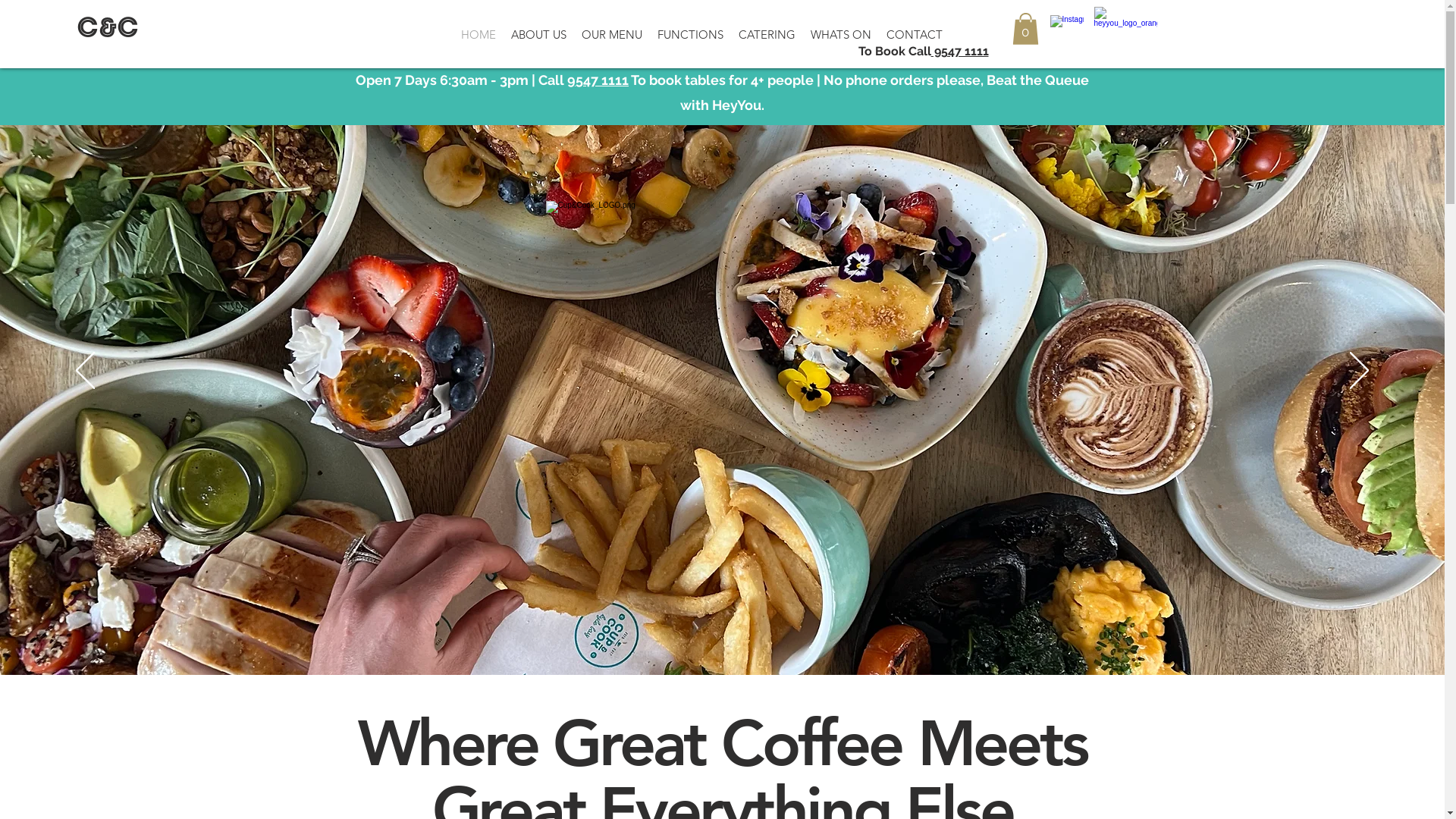 The image size is (1456, 819). I want to click on 'CATERING', so click(767, 34).